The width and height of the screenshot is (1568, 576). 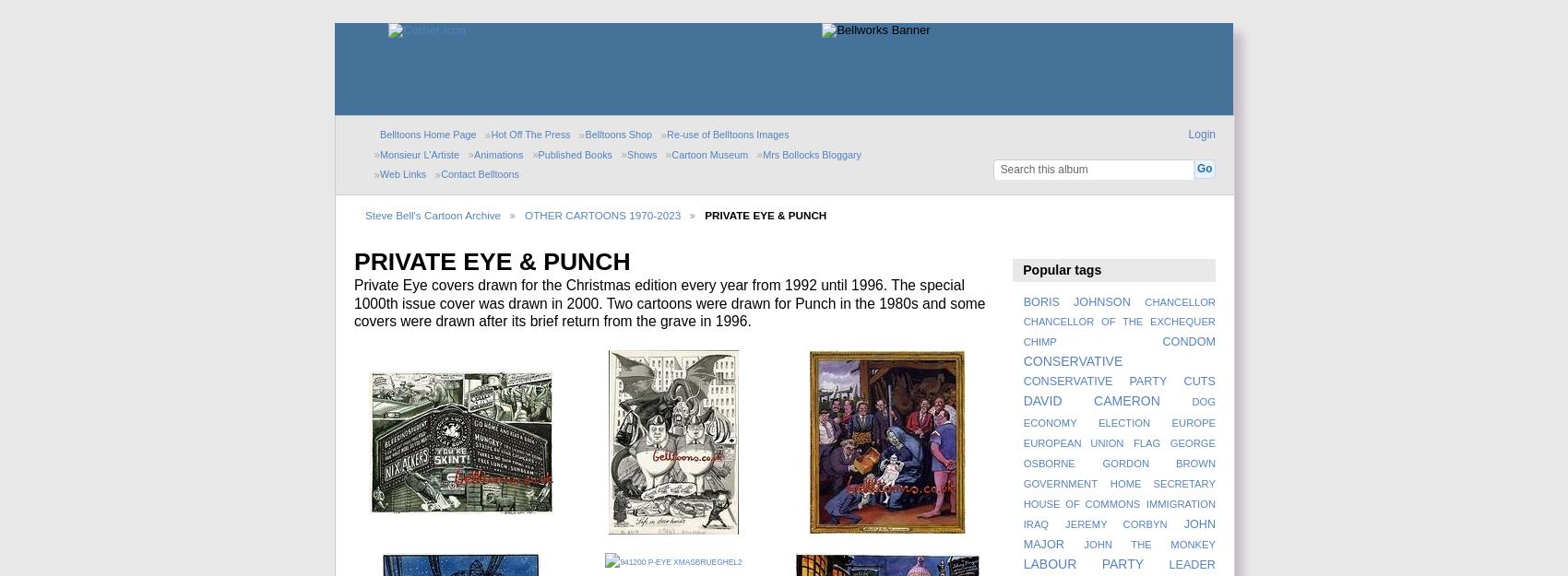 What do you see at coordinates (1023, 503) in the screenshot?
I see `'HOUSE OF COMMONS'` at bounding box center [1023, 503].